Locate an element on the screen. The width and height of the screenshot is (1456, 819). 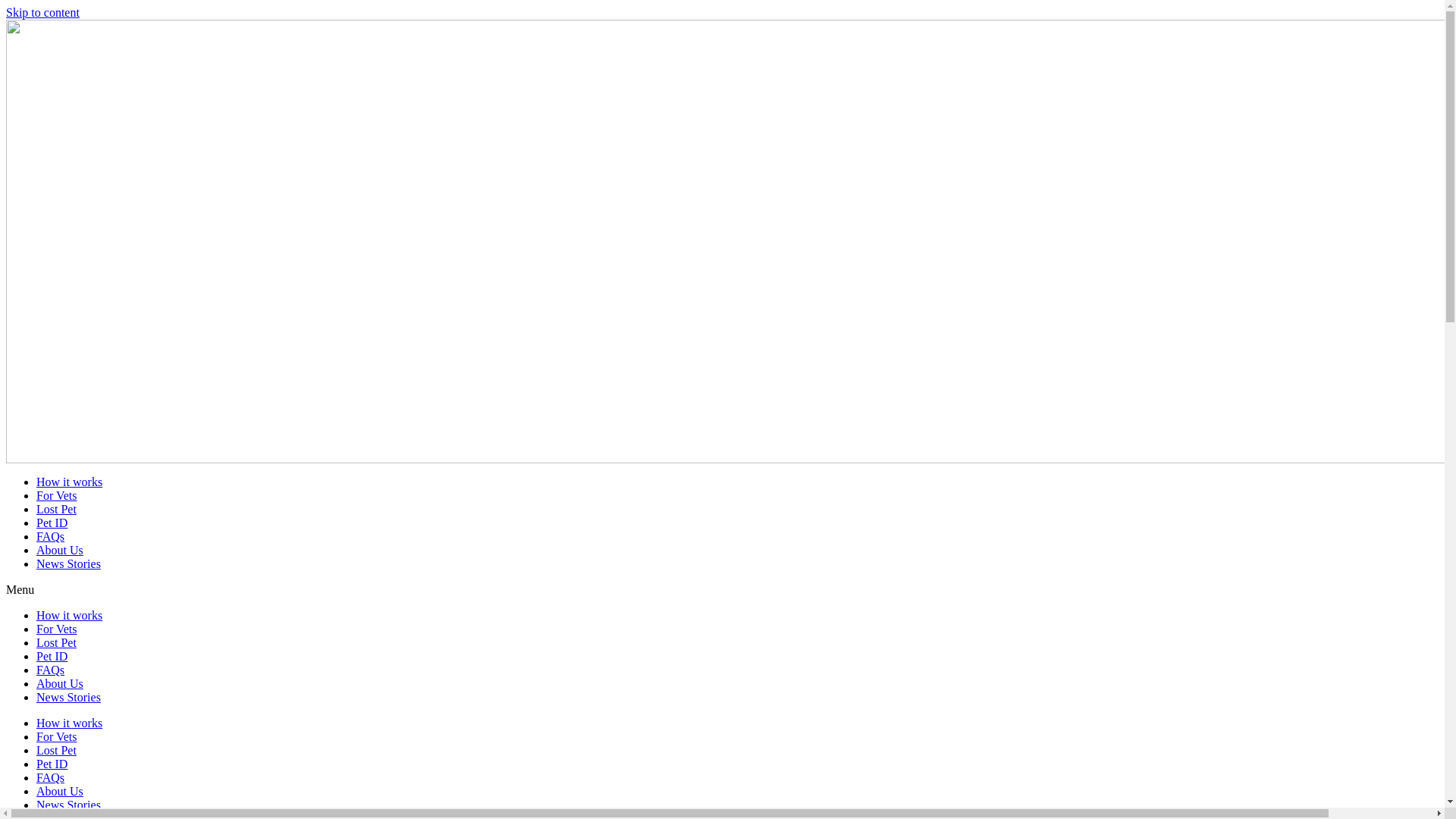
'How it works' is located at coordinates (36, 482).